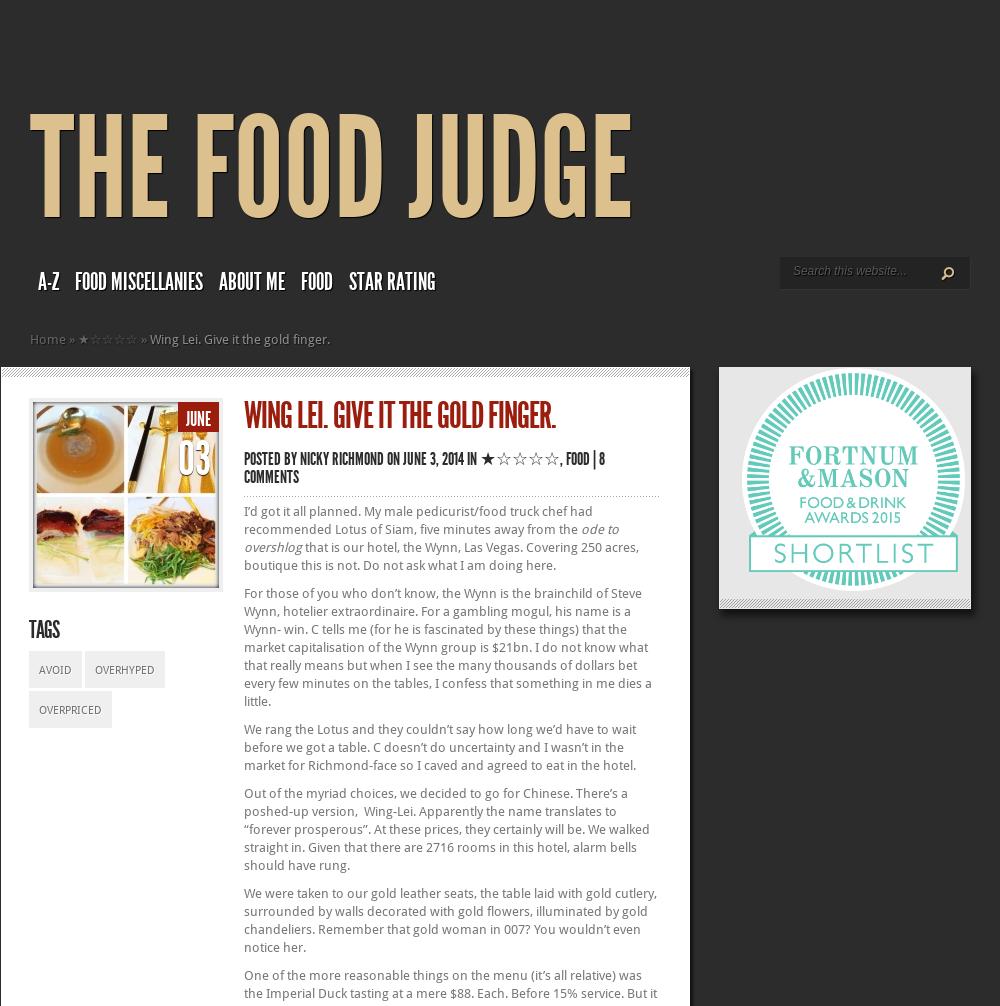  What do you see at coordinates (243, 520) in the screenshot?
I see `'I’d got it all planned. My male pedicurist/food truck chef had recommended Lotus of Siam, five minutes away from the'` at bounding box center [243, 520].